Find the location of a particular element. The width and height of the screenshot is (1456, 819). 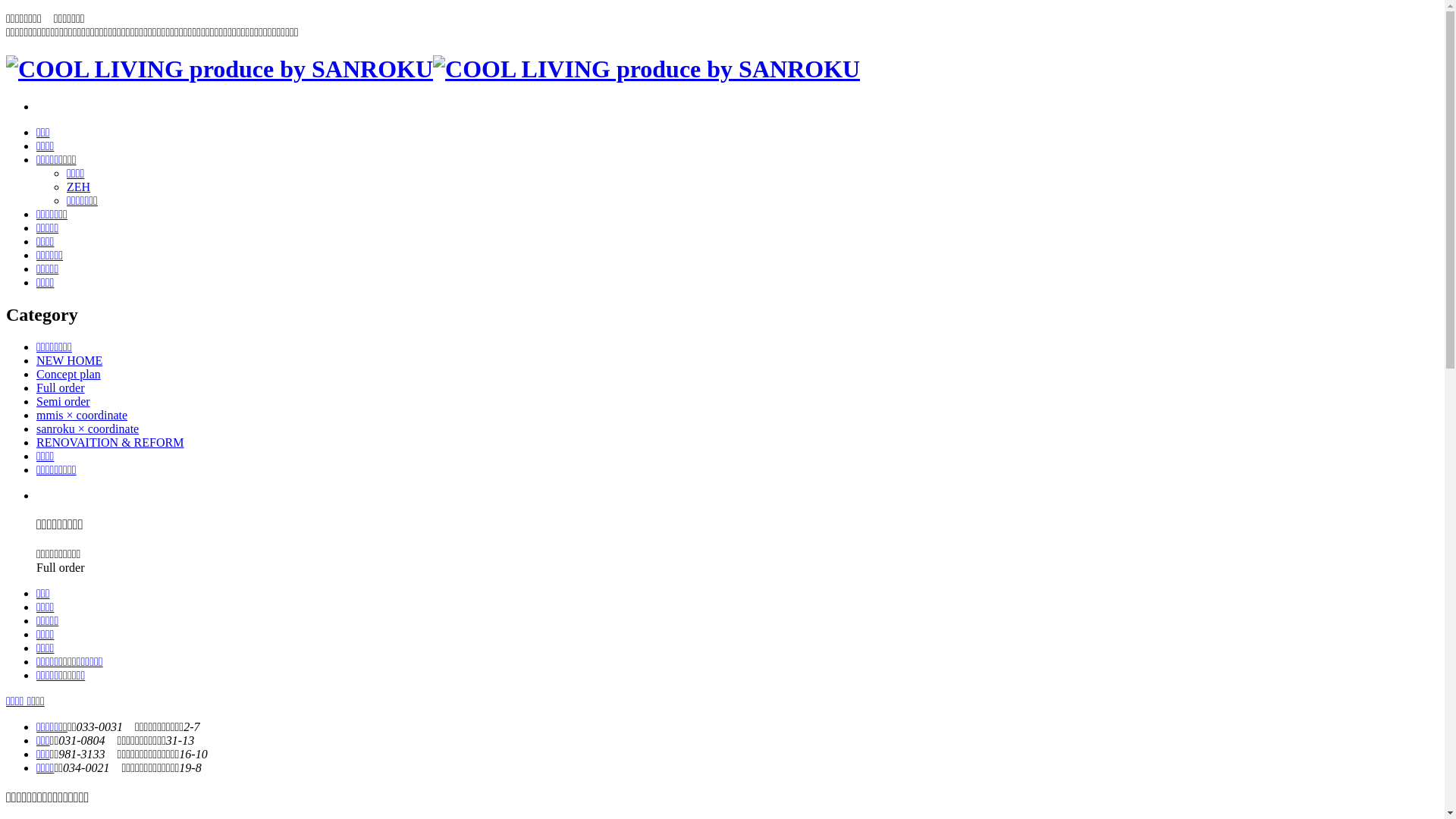

'Full order' is located at coordinates (61, 387).